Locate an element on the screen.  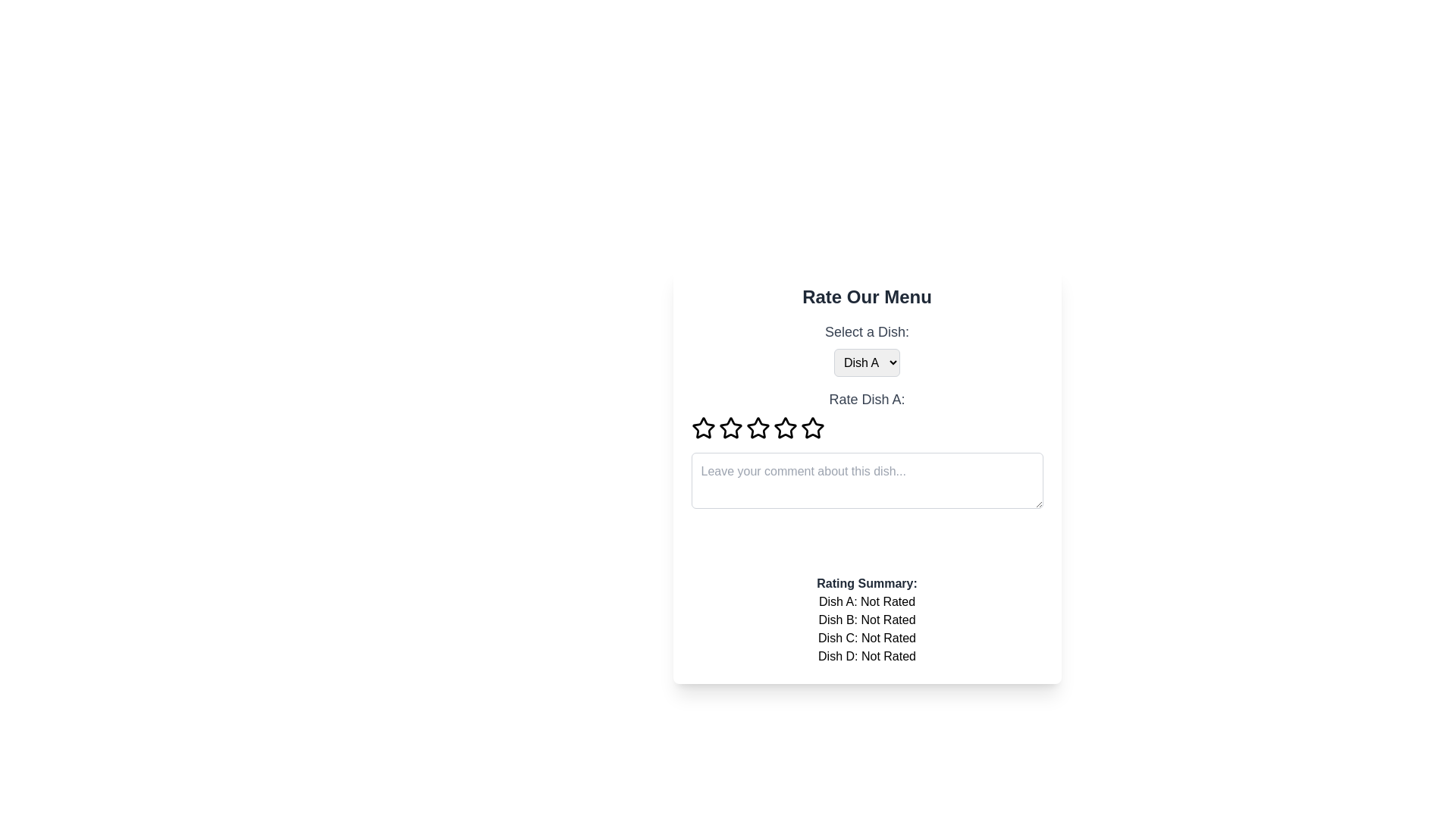
the first star-shaped rating icon, which is outlined in black and filled with white is located at coordinates (702, 428).